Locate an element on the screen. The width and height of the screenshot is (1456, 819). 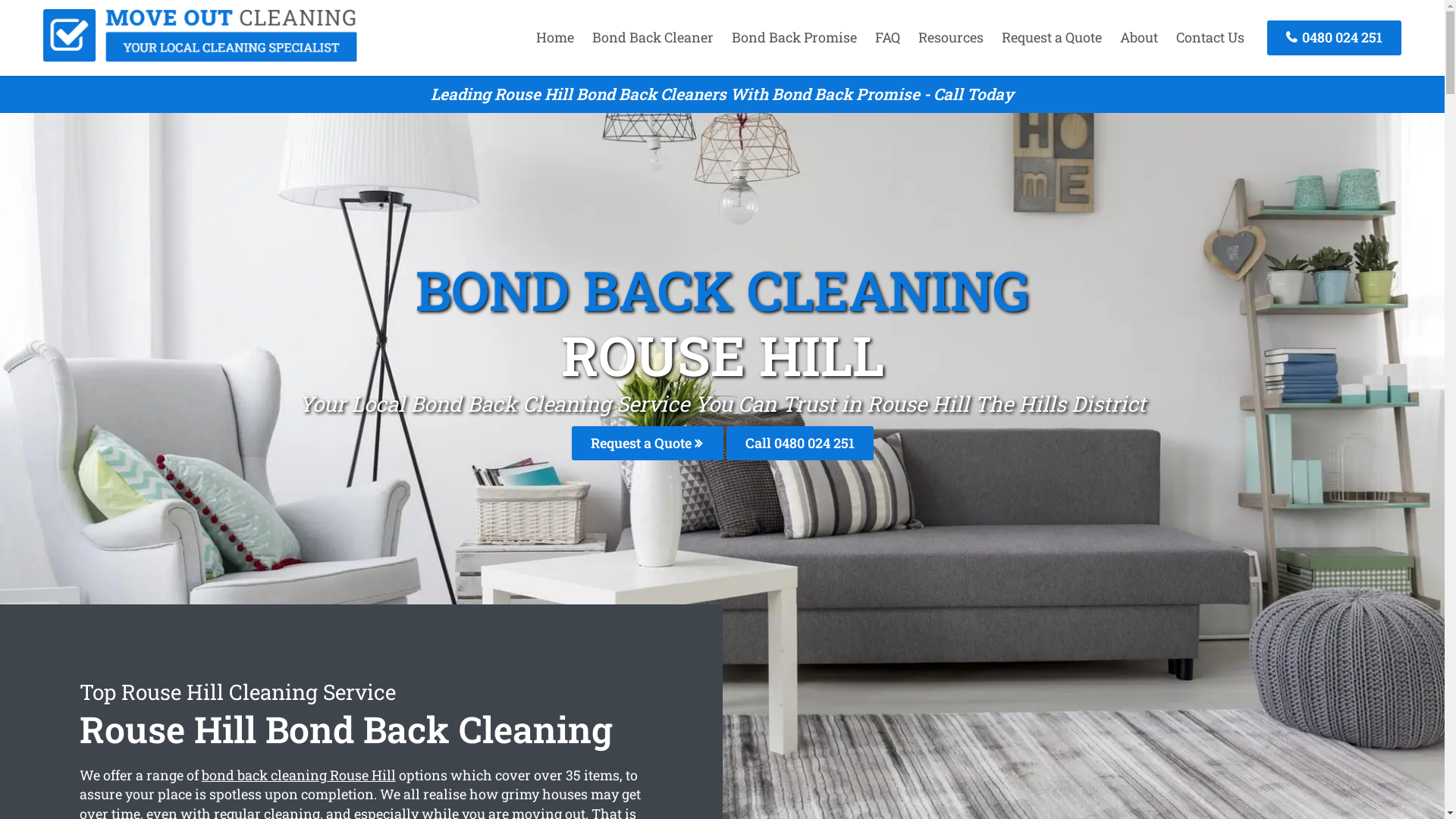
'About' is located at coordinates (1139, 36).